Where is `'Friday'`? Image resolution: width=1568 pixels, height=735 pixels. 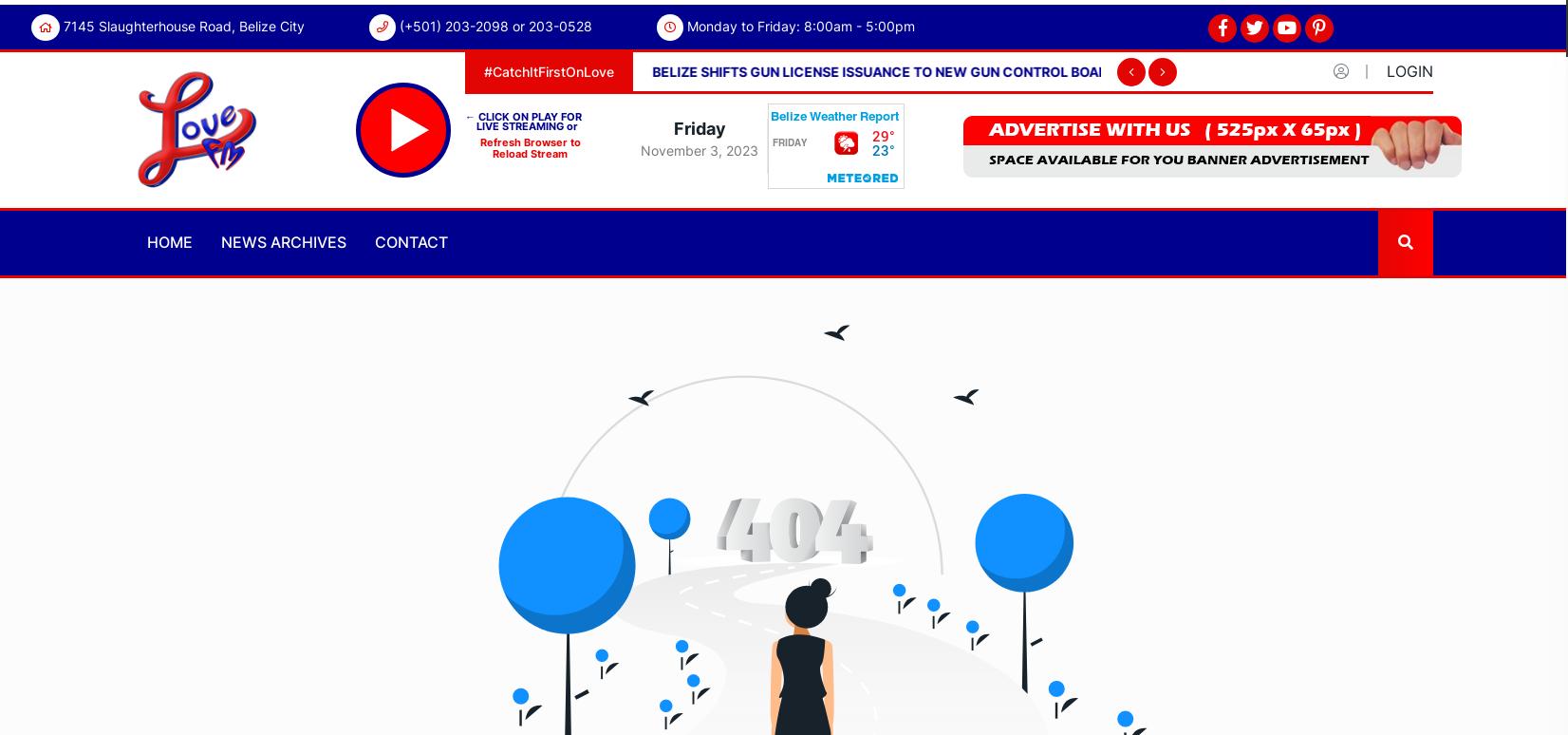
'Friday' is located at coordinates (699, 126).